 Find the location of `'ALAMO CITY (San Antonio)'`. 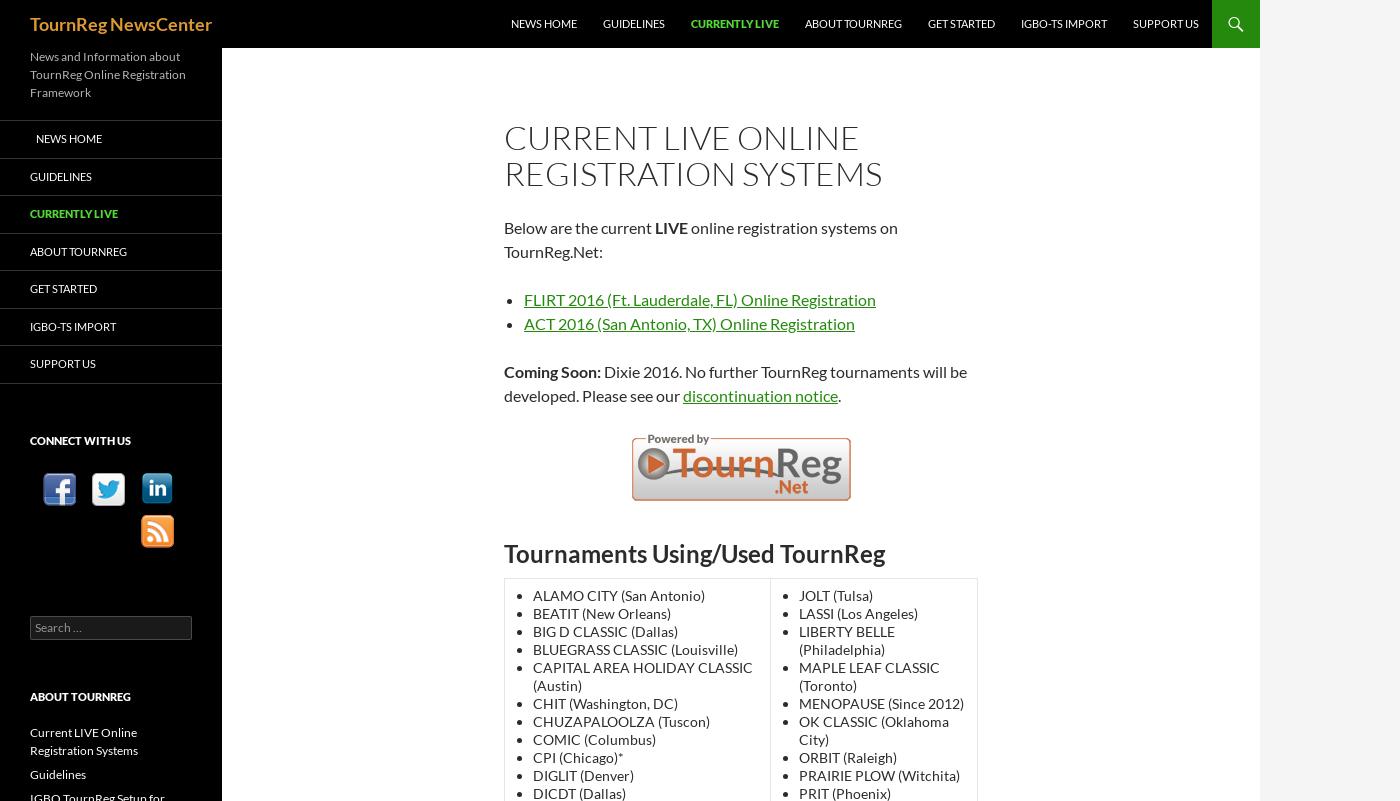

'ALAMO CITY (San Antonio)' is located at coordinates (618, 595).